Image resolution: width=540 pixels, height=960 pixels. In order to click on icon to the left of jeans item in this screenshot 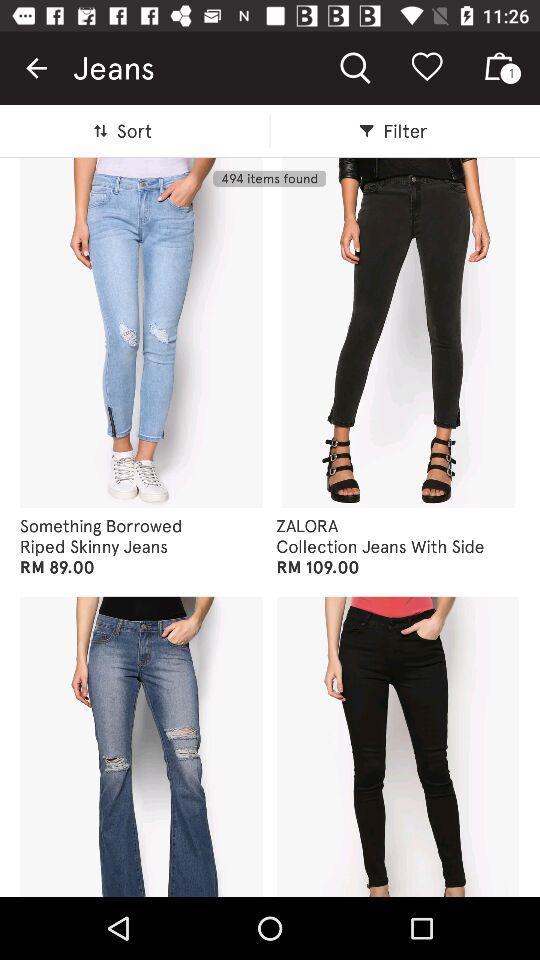, I will do `click(36, 68)`.